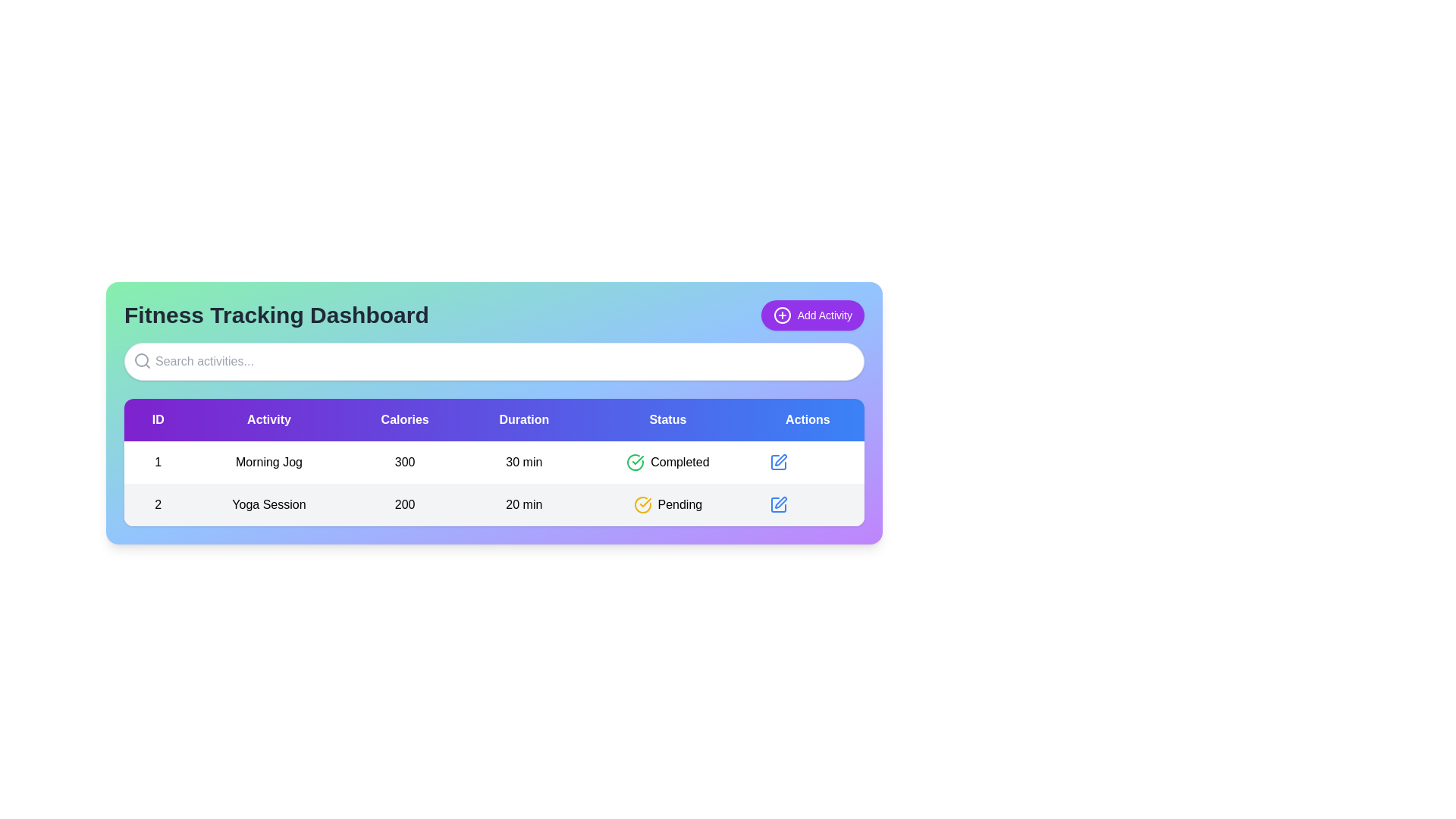  I want to click on text content 'ID' from the table header cell with a purple background and white text, located at the top-left corner of the table header row, so click(158, 420).